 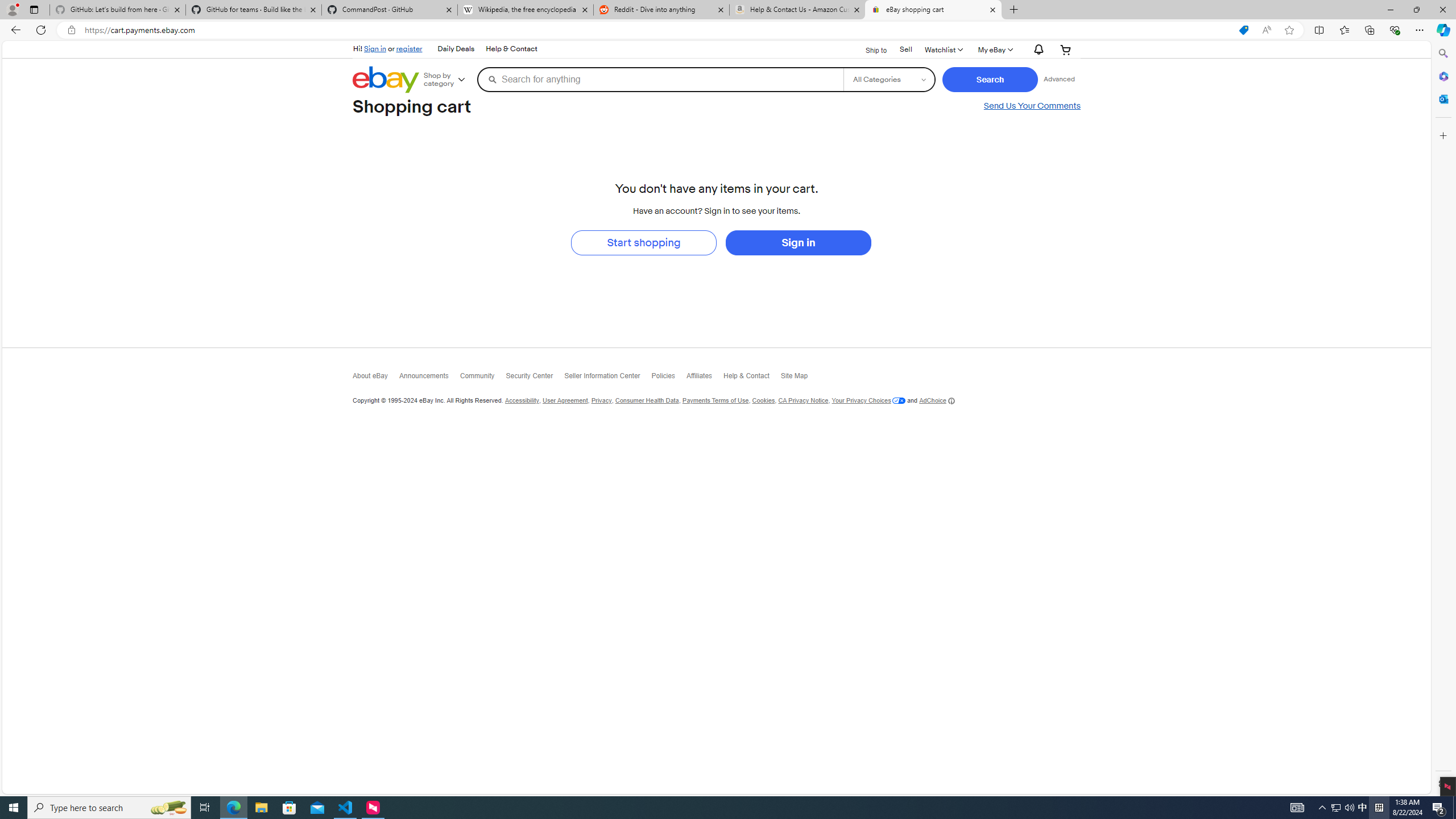 What do you see at coordinates (643, 242) in the screenshot?
I see `'Start shopping'` at bounding box center [643, 242].